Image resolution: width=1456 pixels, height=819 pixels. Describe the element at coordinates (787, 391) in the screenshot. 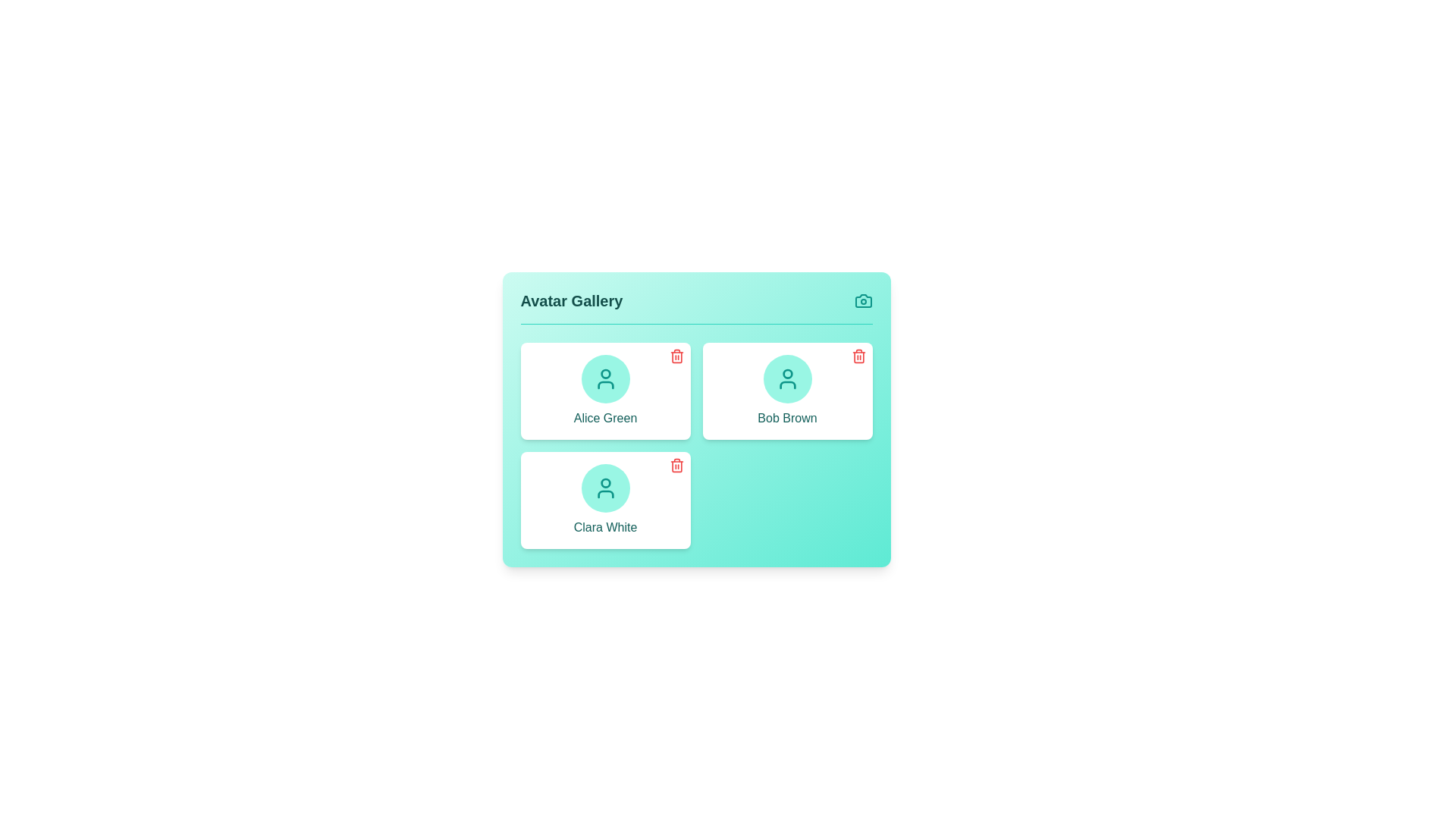

I see `the user profile card for 'Bob Brown' in the top-right position` at that location.